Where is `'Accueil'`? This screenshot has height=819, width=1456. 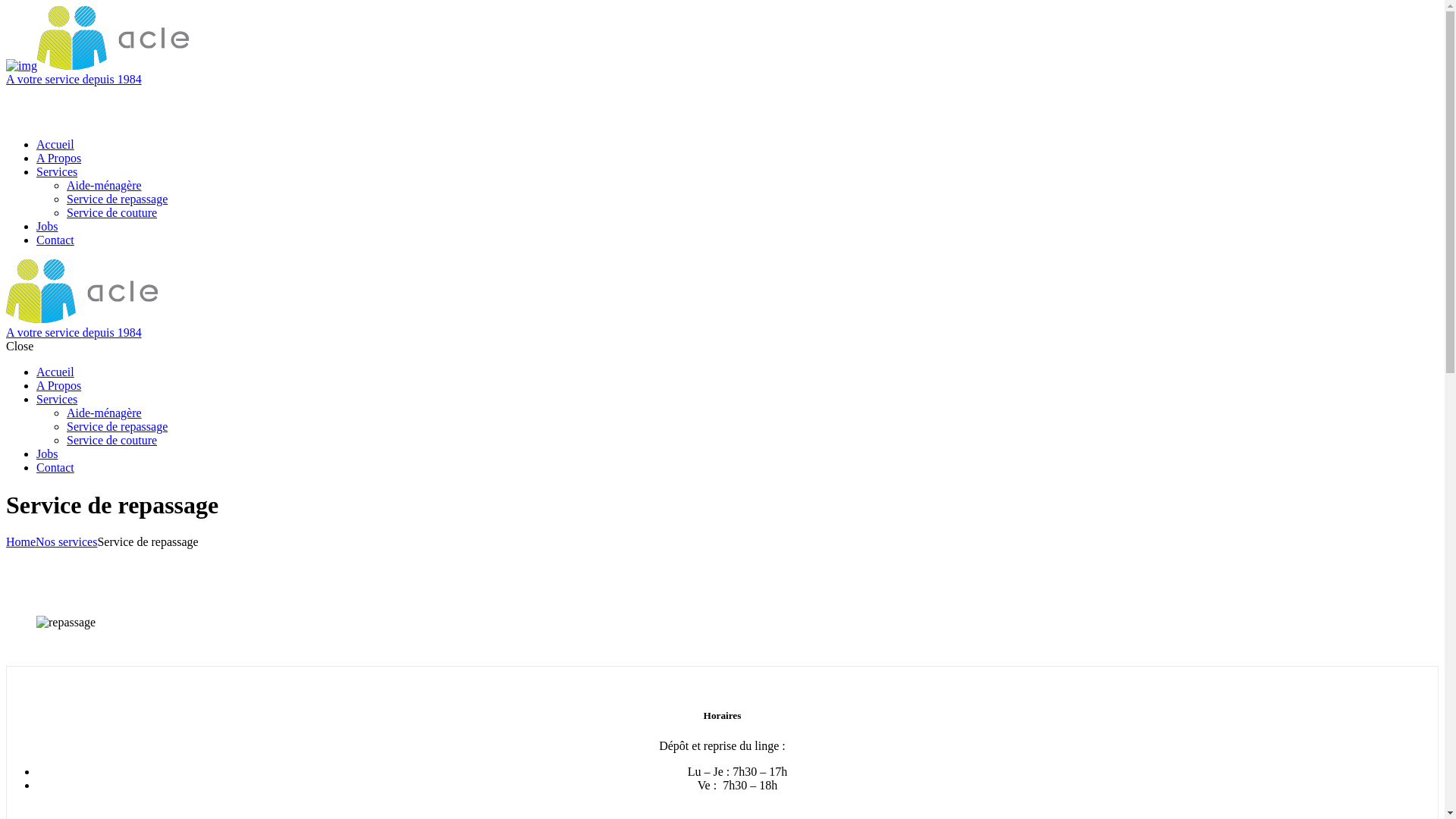 'Accueil' is located at coordinates (55, 372).